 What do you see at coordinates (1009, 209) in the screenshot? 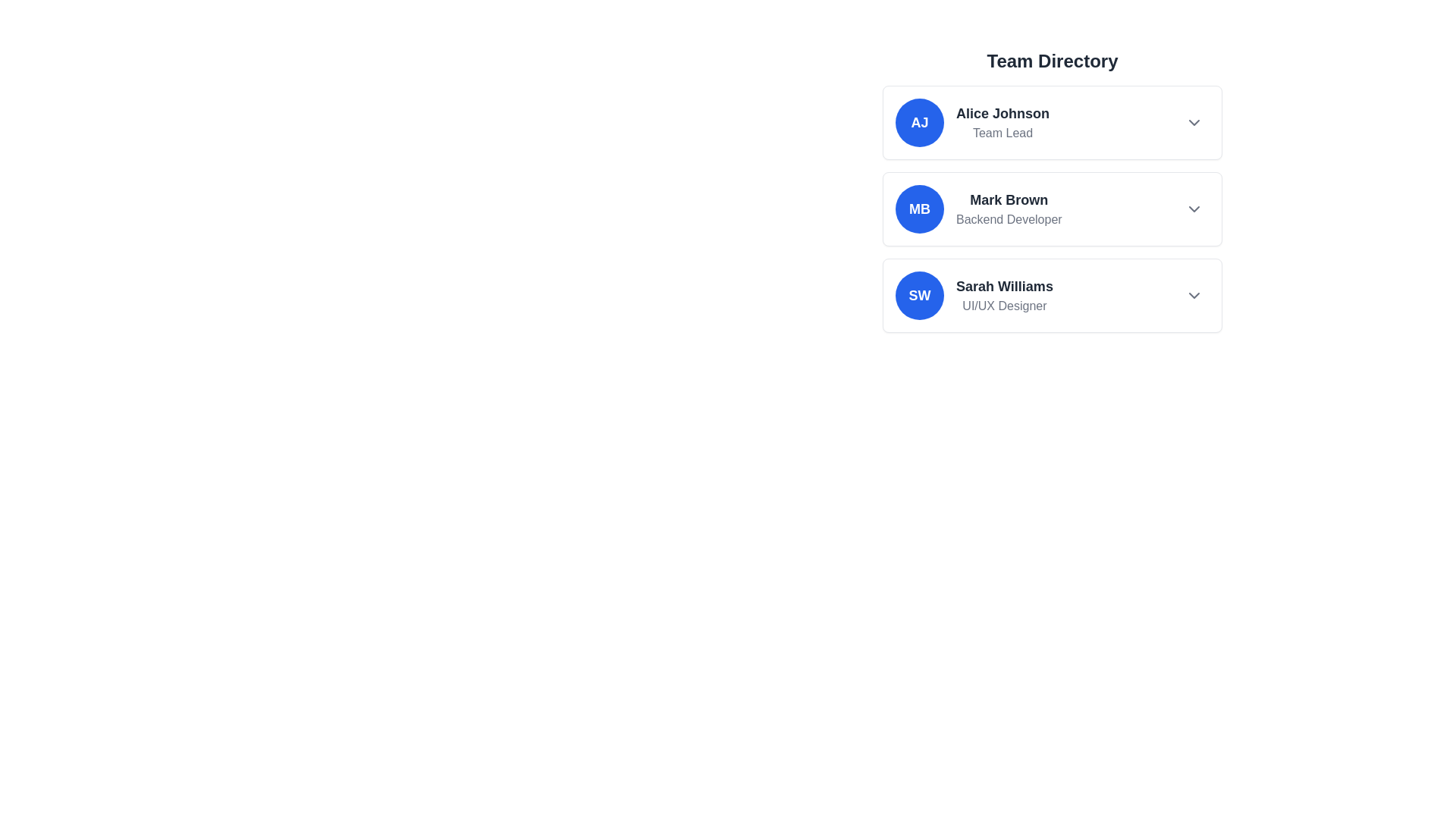
I see `the Text block displaying 'Mark Brown' and 'Backend Developer' in the Team Directory section, located to the right of the blue circular element with initials 'MB'` at bounding box center [1009, 209].